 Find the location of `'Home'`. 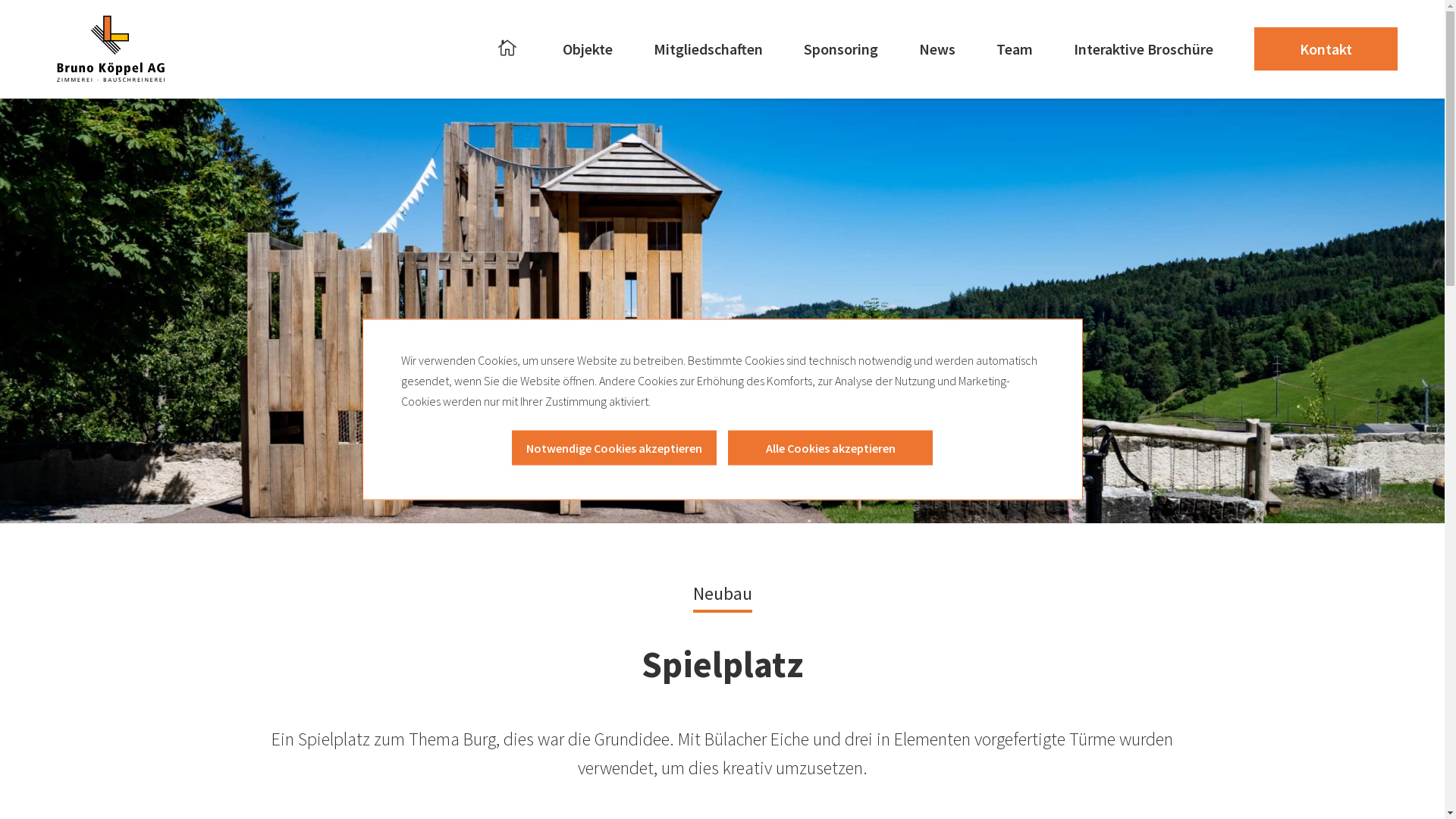

'Home' is located at coordinates (510, 49).